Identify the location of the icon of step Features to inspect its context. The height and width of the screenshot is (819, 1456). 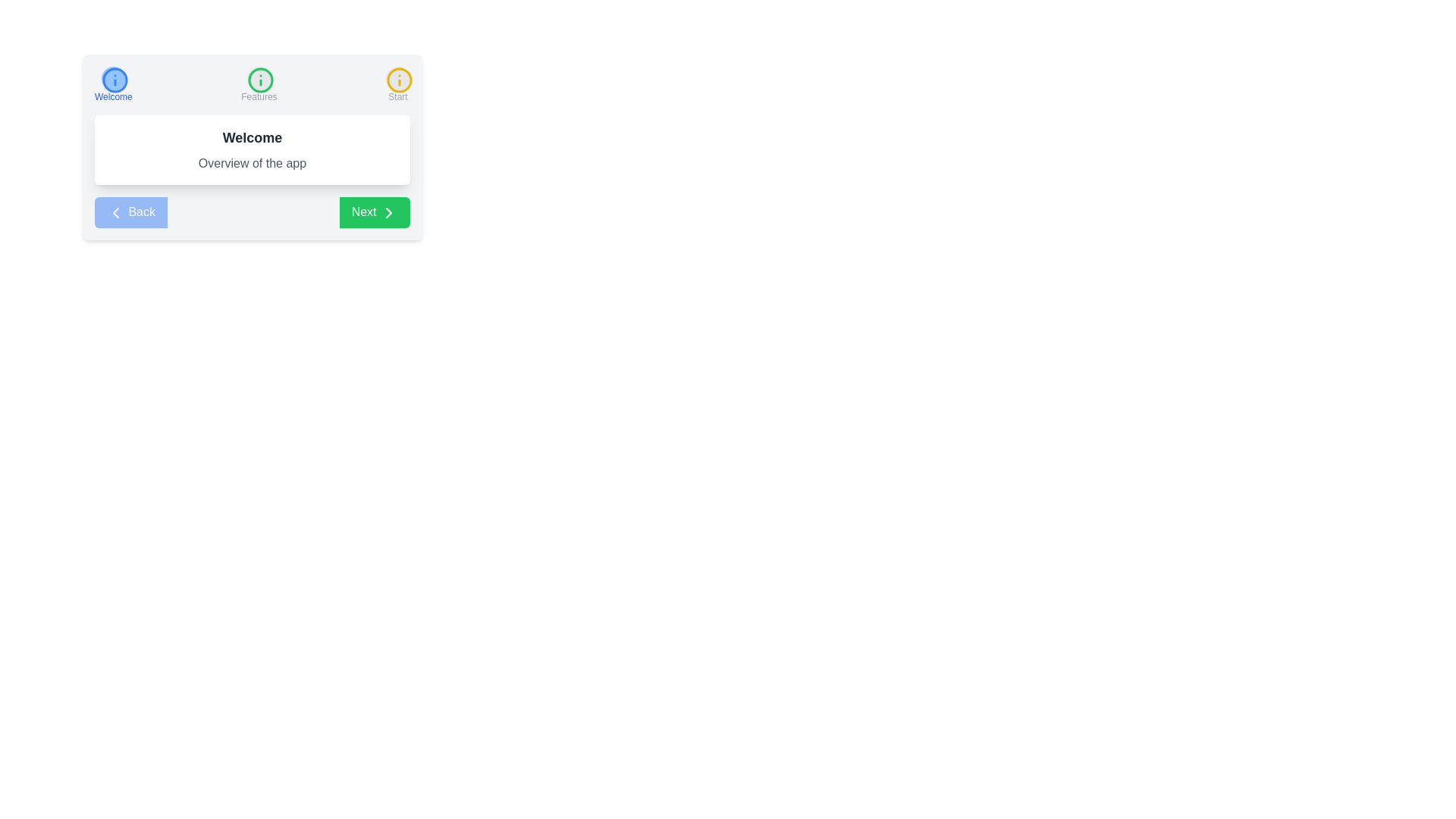
(259, 79).